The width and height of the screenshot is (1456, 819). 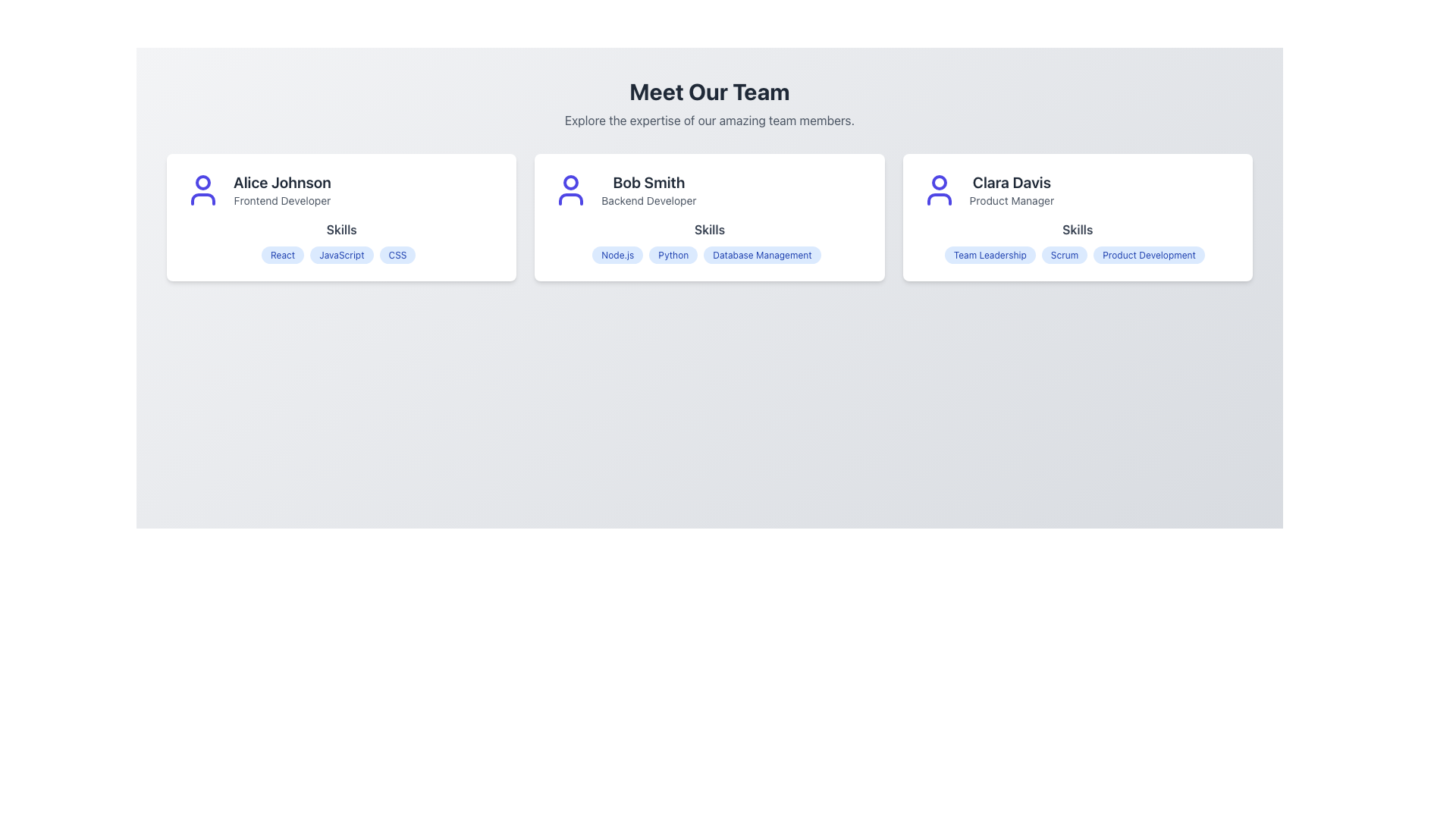 What do you see at coordinates (709, 230) in the screenshot?
I see `the 'Skills' text label, which is styled with a bold font and dark gray color, located within the card labeled 'Bob Smith'` at bounding box center [709, 230].